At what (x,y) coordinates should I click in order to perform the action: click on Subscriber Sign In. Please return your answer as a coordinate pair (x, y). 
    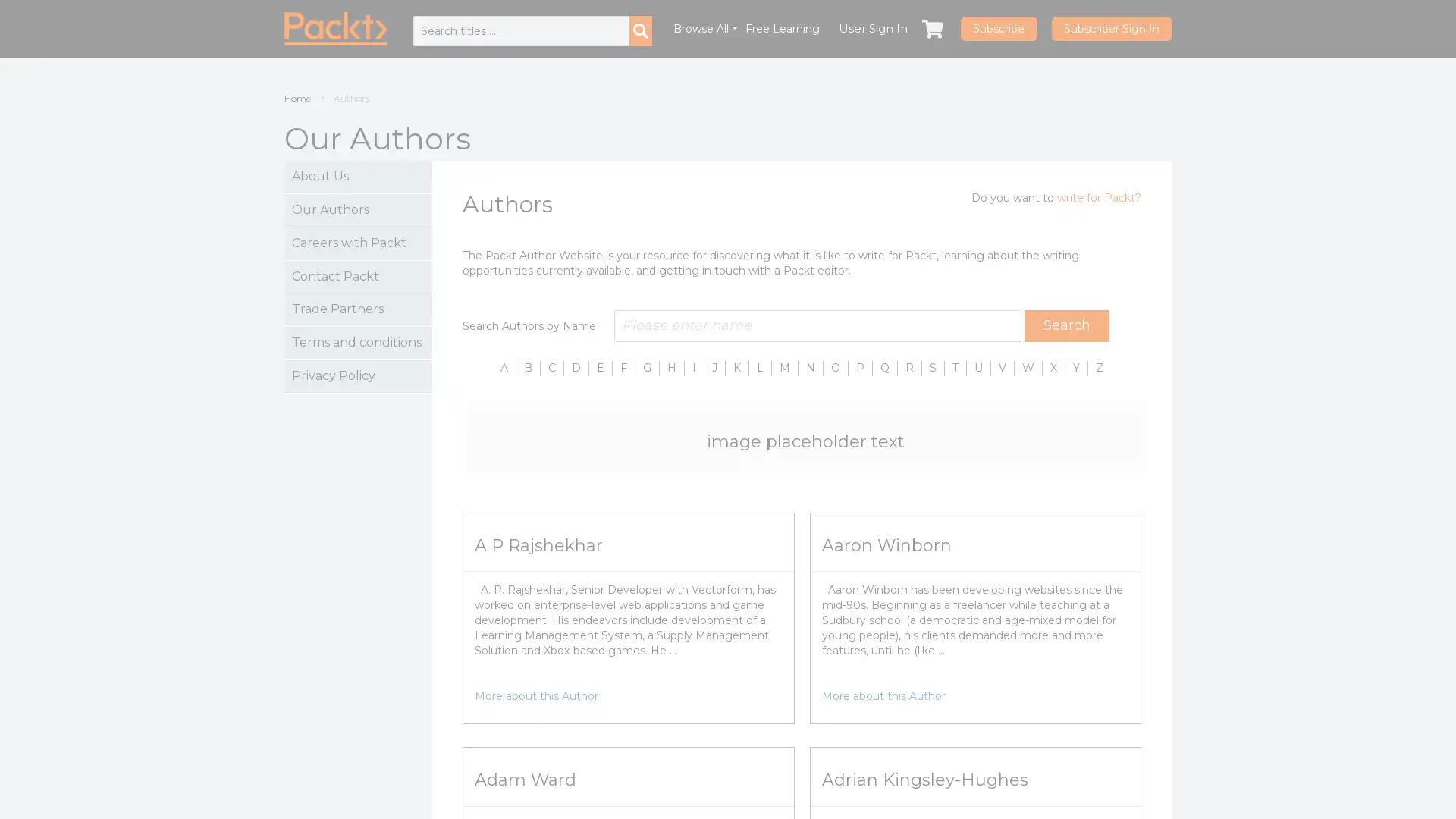
    Looking at the image, I should click on (1111, 29).